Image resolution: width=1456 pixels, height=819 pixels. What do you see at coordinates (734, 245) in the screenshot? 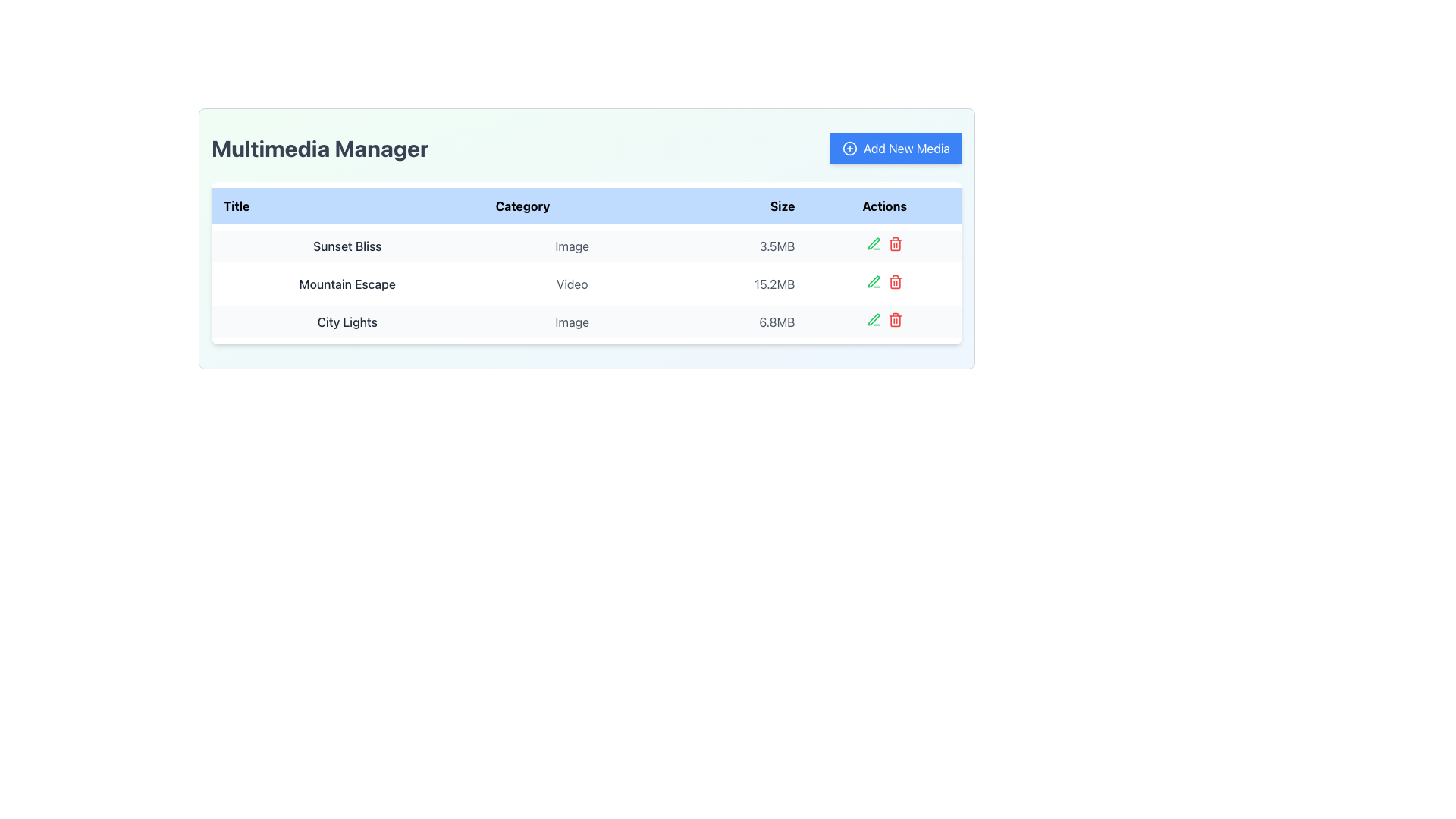
I see `text display showing the file size '3.5MB' for the 'Sunset Bliss' content located in the 'Size' column of the first row in the data table` at bounding box center [734, 245].